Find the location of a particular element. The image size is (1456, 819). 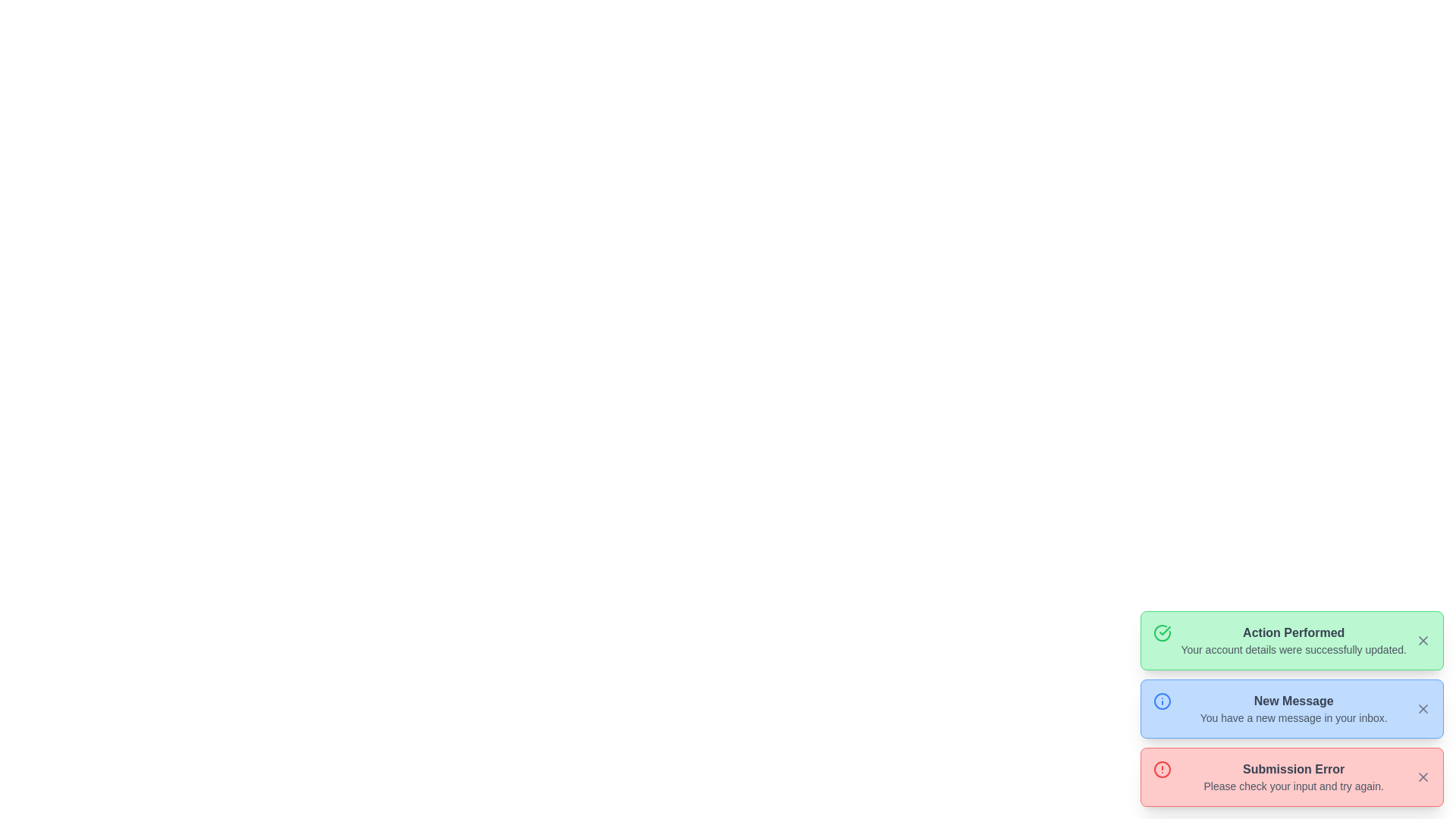

the checkmark icon inside the green success notification box located to the left of the text 'Action Performed' is located at coordinates (1164, 631).